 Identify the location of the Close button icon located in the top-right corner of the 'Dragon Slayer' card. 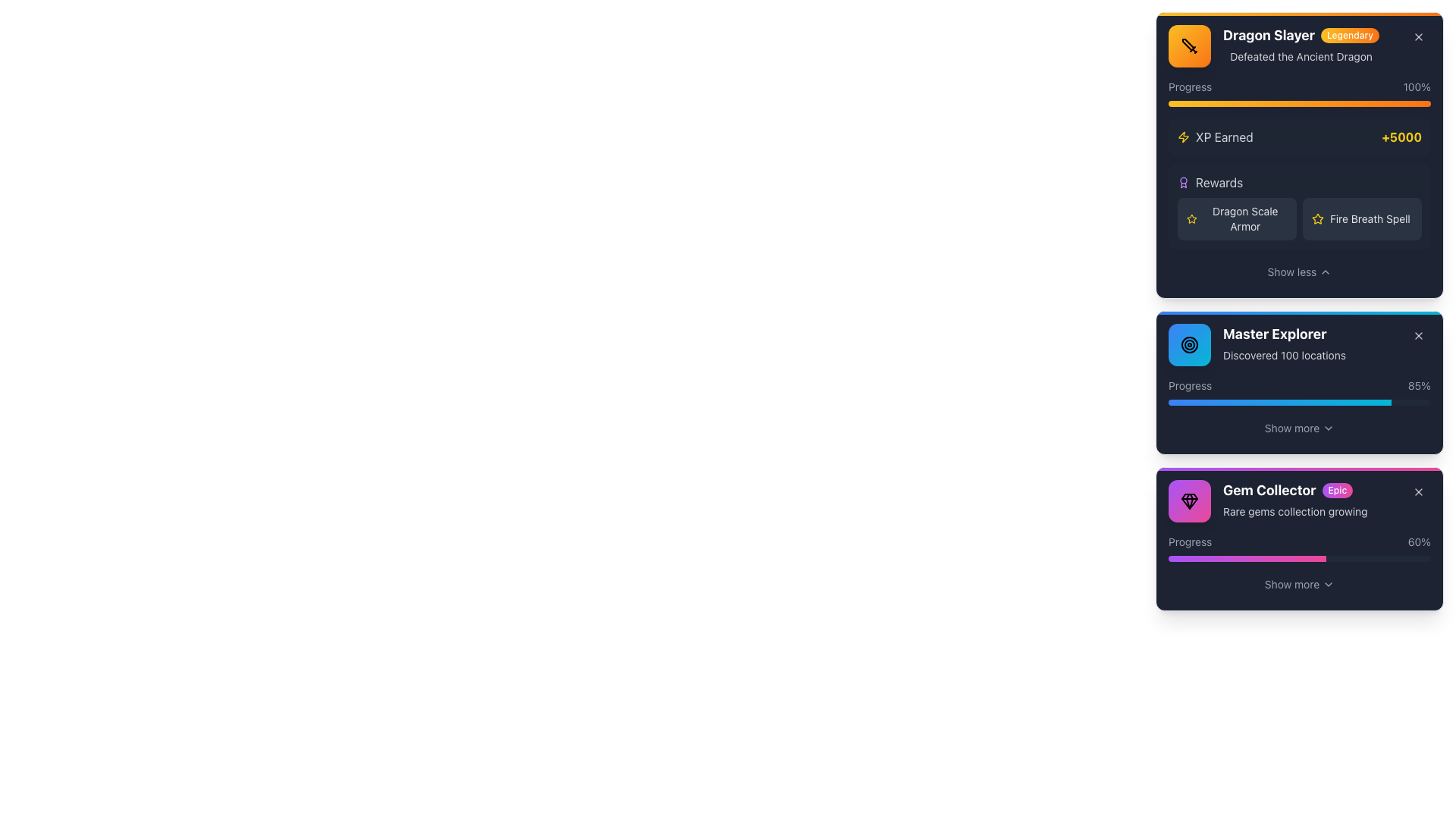
(1418, 36).